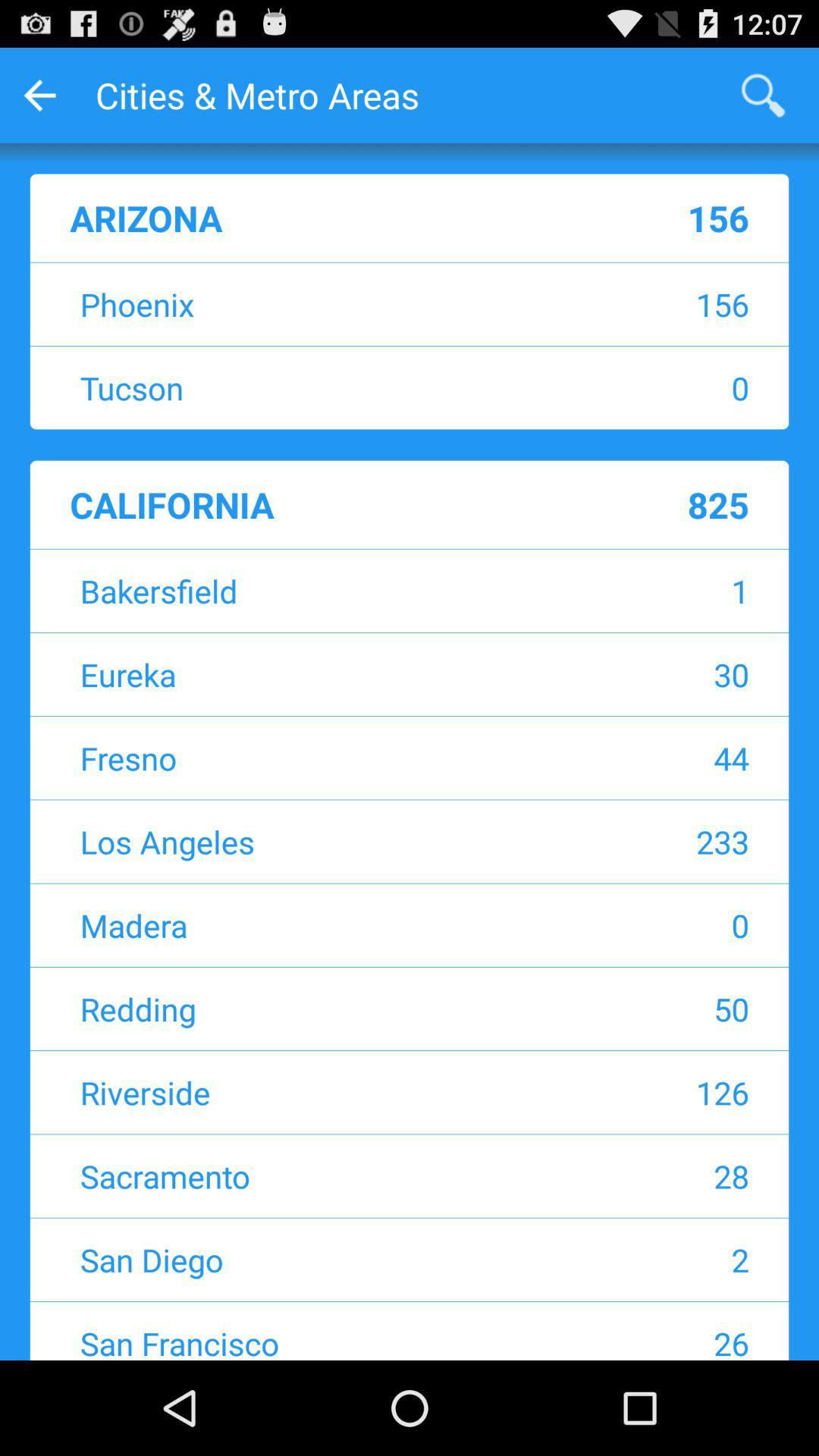 This screenshot has height=1456, width=819. Describe the element at coordinates (314, 590) in the screenshot. I see `app next to 1 icon` at that location.